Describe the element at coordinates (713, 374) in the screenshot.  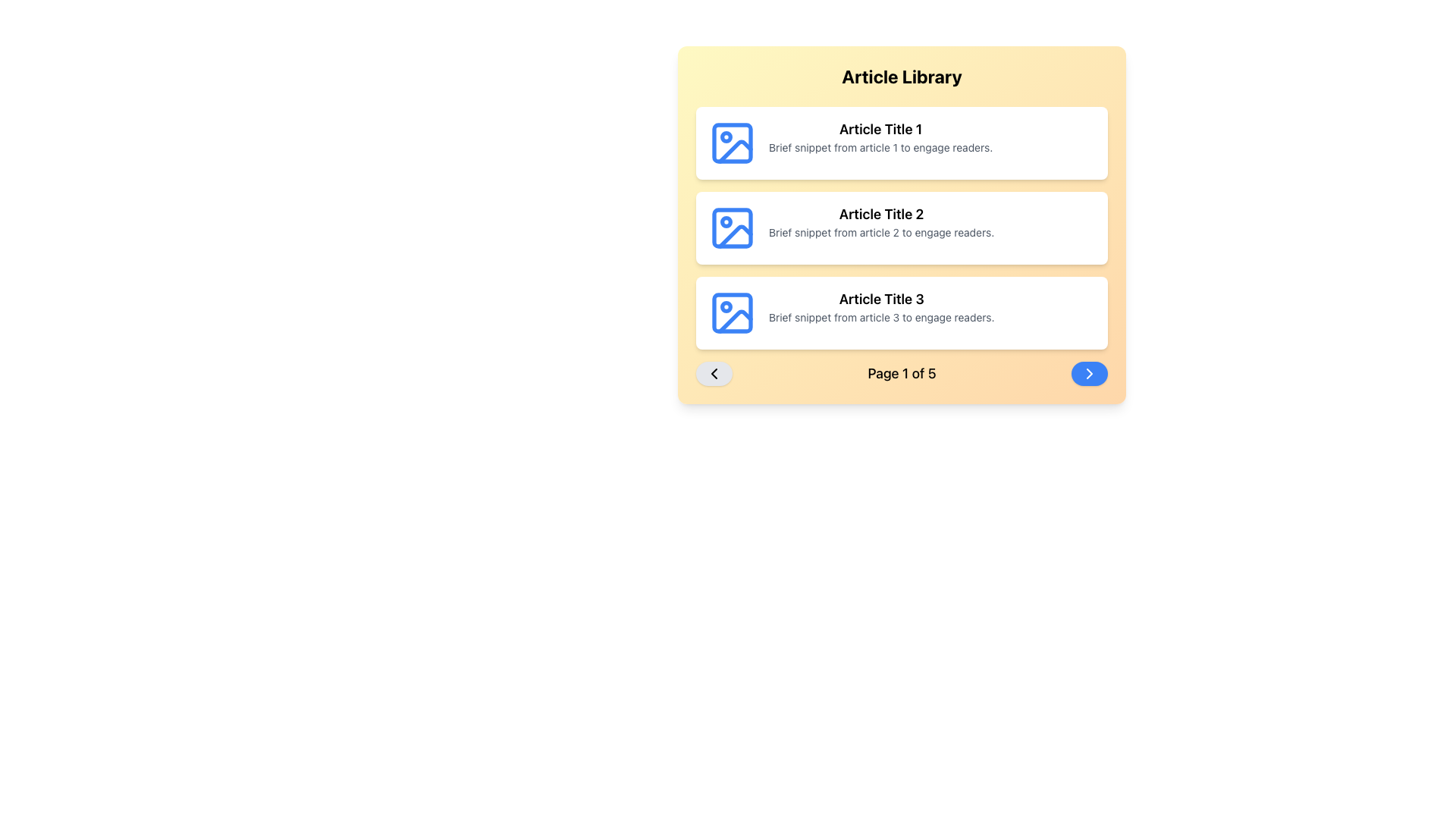
I see `the left-pointing arrow icon, which is part of a circular button at the bottom left of the pagination controls` at that location.